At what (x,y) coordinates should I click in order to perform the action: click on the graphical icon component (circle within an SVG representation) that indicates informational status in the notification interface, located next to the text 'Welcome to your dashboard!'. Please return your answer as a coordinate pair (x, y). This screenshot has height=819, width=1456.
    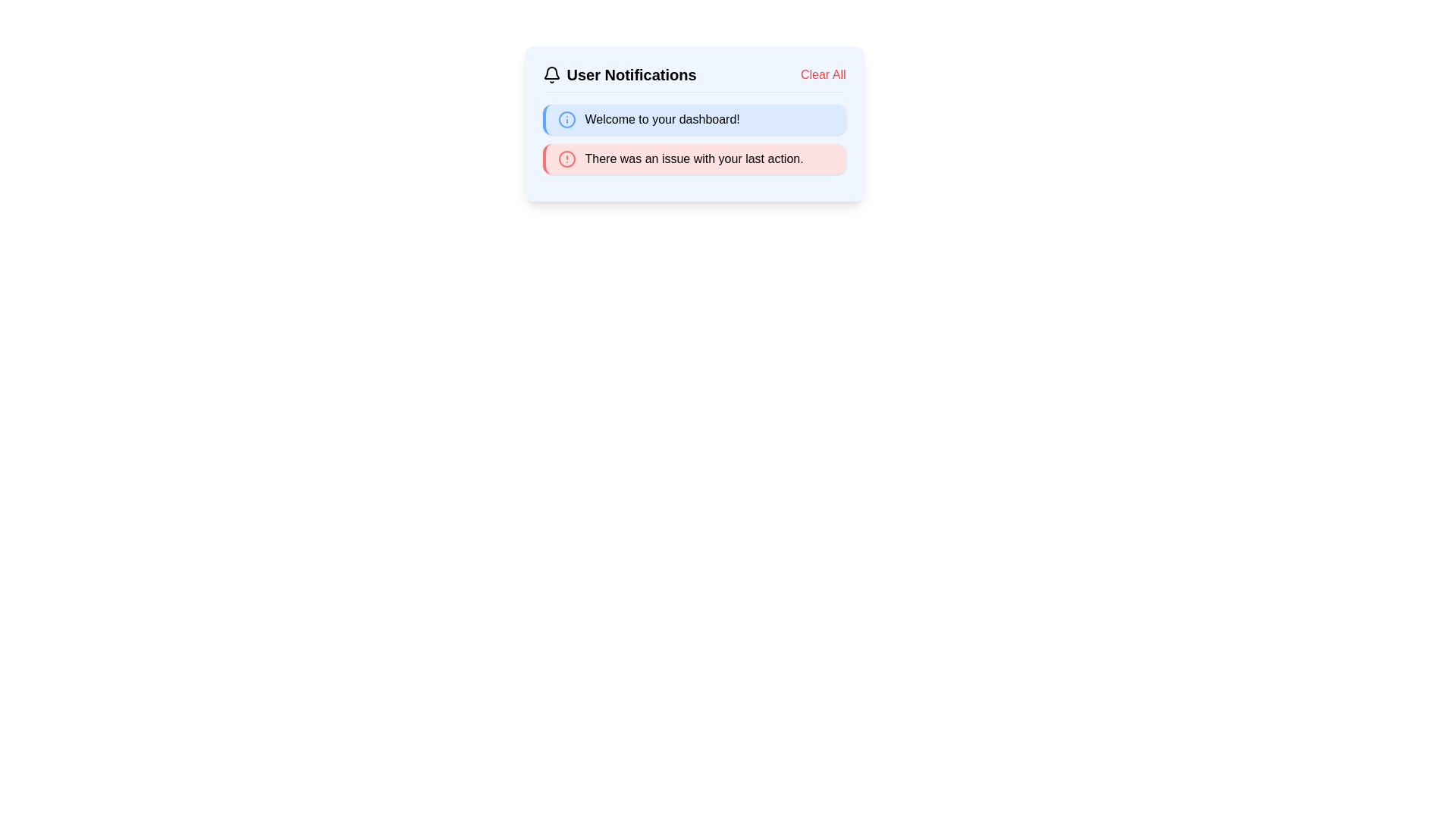
    Looking at the image, I should click on (566, 119).